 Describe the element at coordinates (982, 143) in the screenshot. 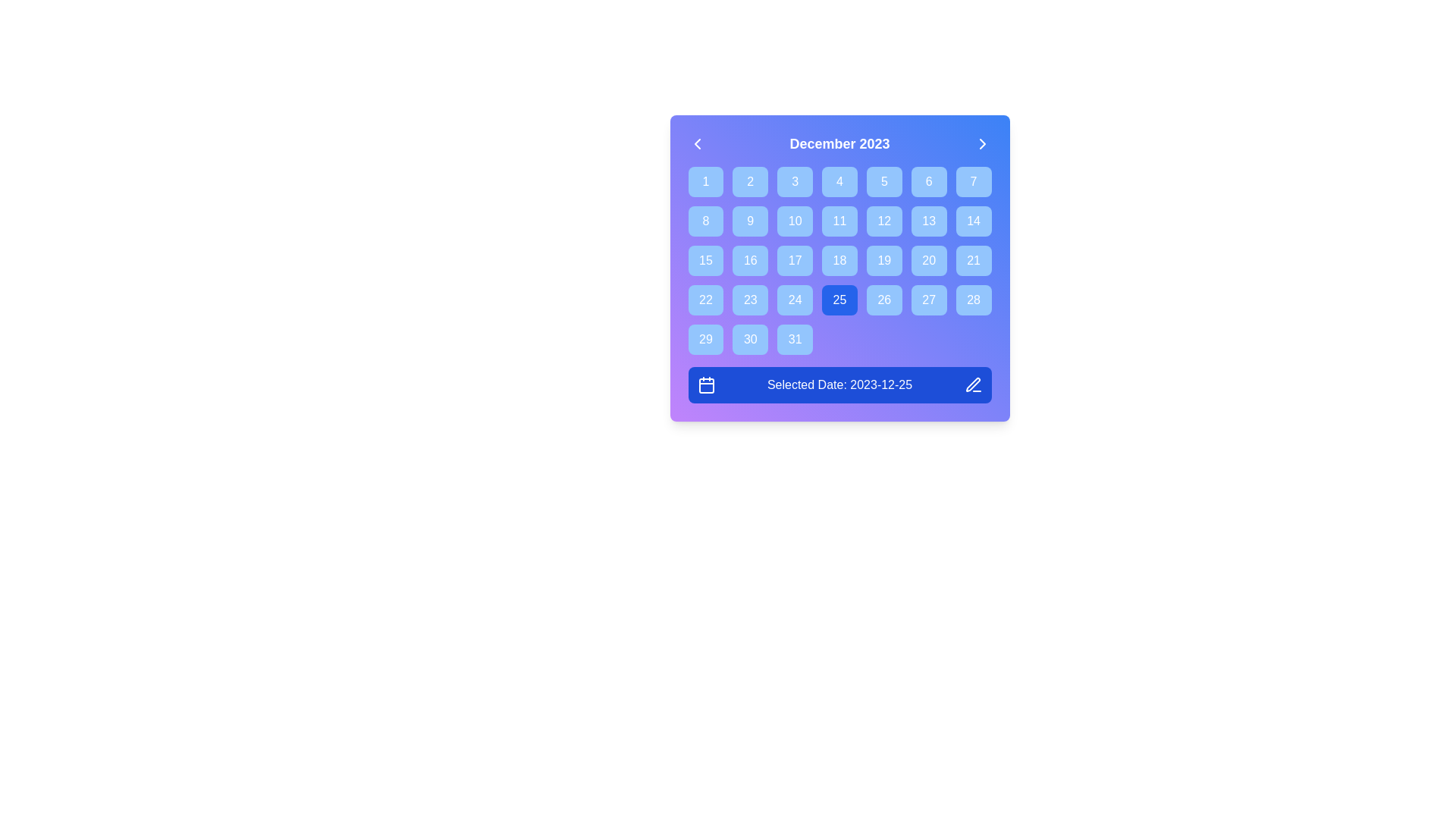

I see `the right-facing chevron button` at that location.